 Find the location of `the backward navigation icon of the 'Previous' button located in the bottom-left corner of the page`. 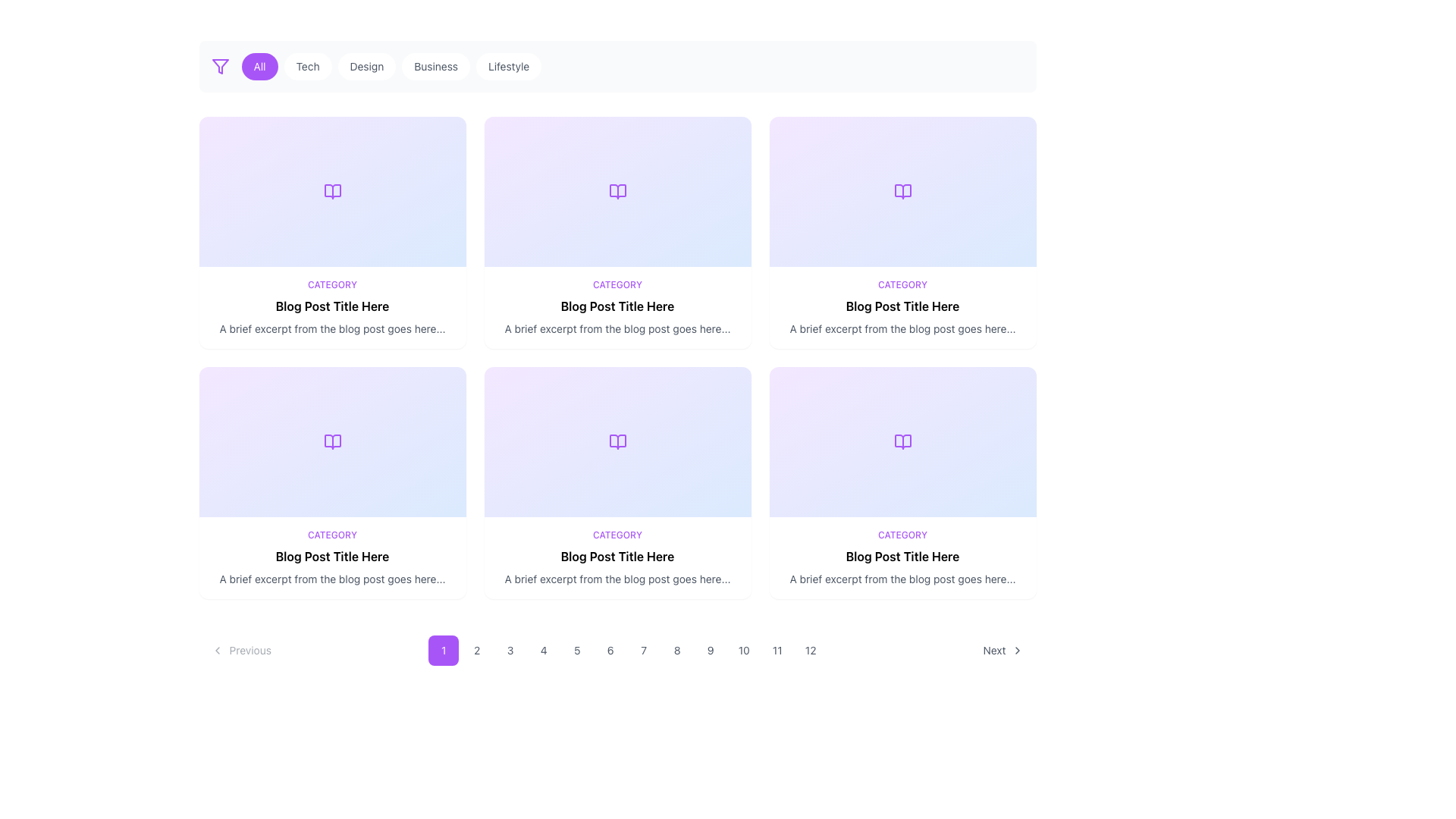

the backward navigation icon of the 'Previous' button located in the bottom-left corner of the page is located at coordinates (216, 649).